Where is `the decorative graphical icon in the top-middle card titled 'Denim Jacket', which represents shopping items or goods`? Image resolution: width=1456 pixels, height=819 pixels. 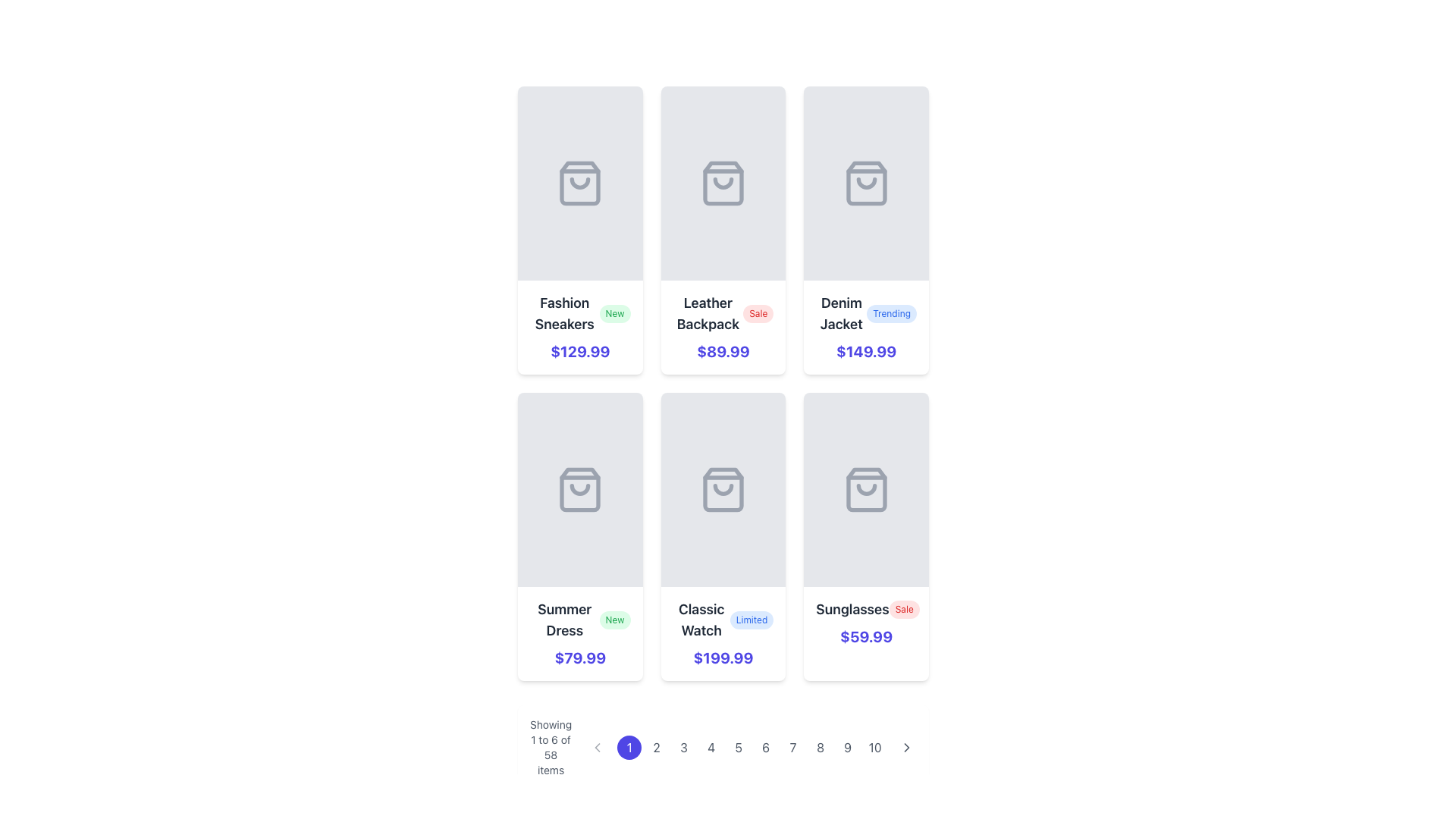
the decorative graphical icon in the top-middle card titled 'Denim Jacket', which represents shopping items or goods is located at coordinates (866, 183).